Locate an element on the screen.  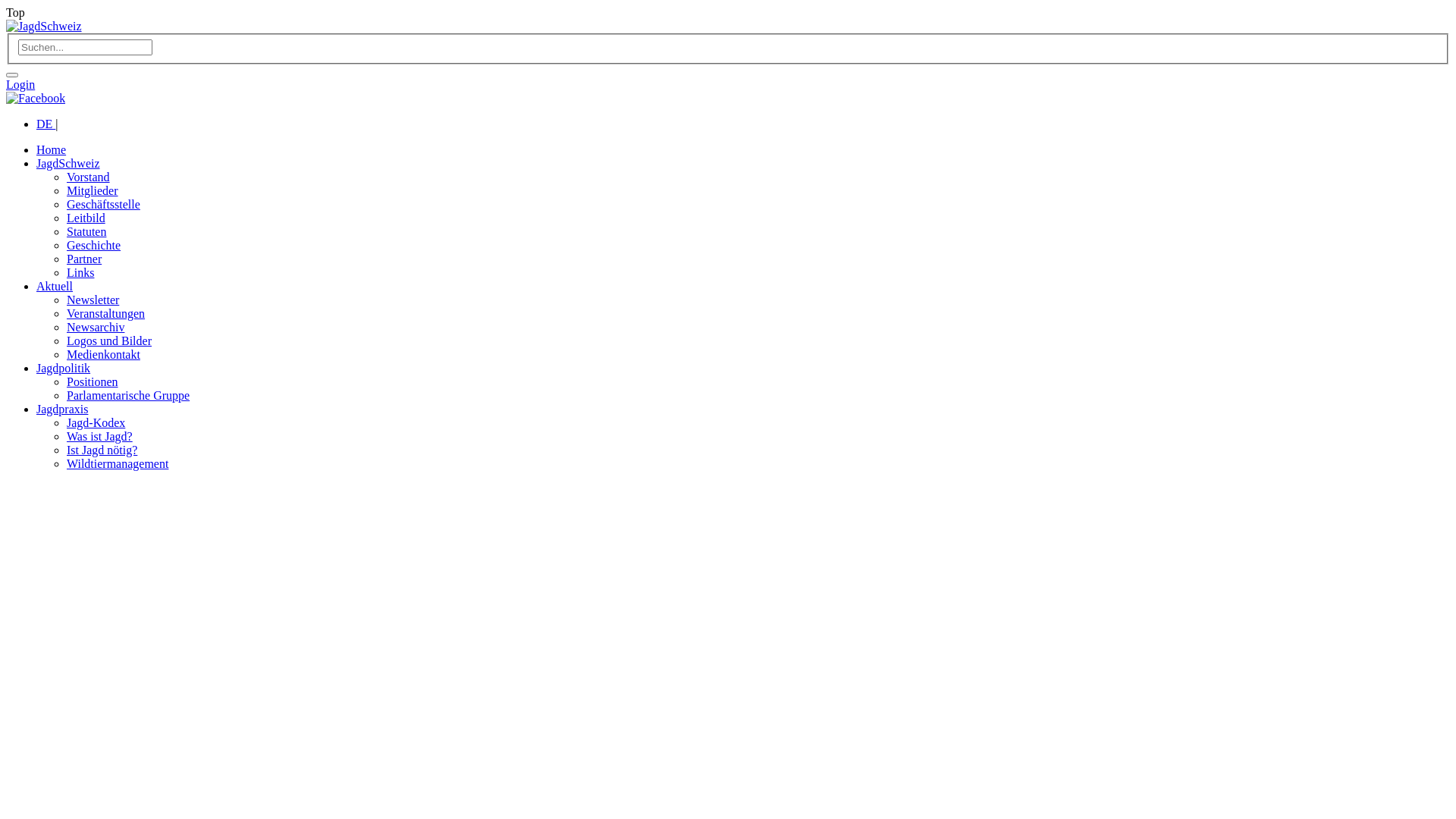
'Was ist Jagd?' is located at coordinates (99, 436).